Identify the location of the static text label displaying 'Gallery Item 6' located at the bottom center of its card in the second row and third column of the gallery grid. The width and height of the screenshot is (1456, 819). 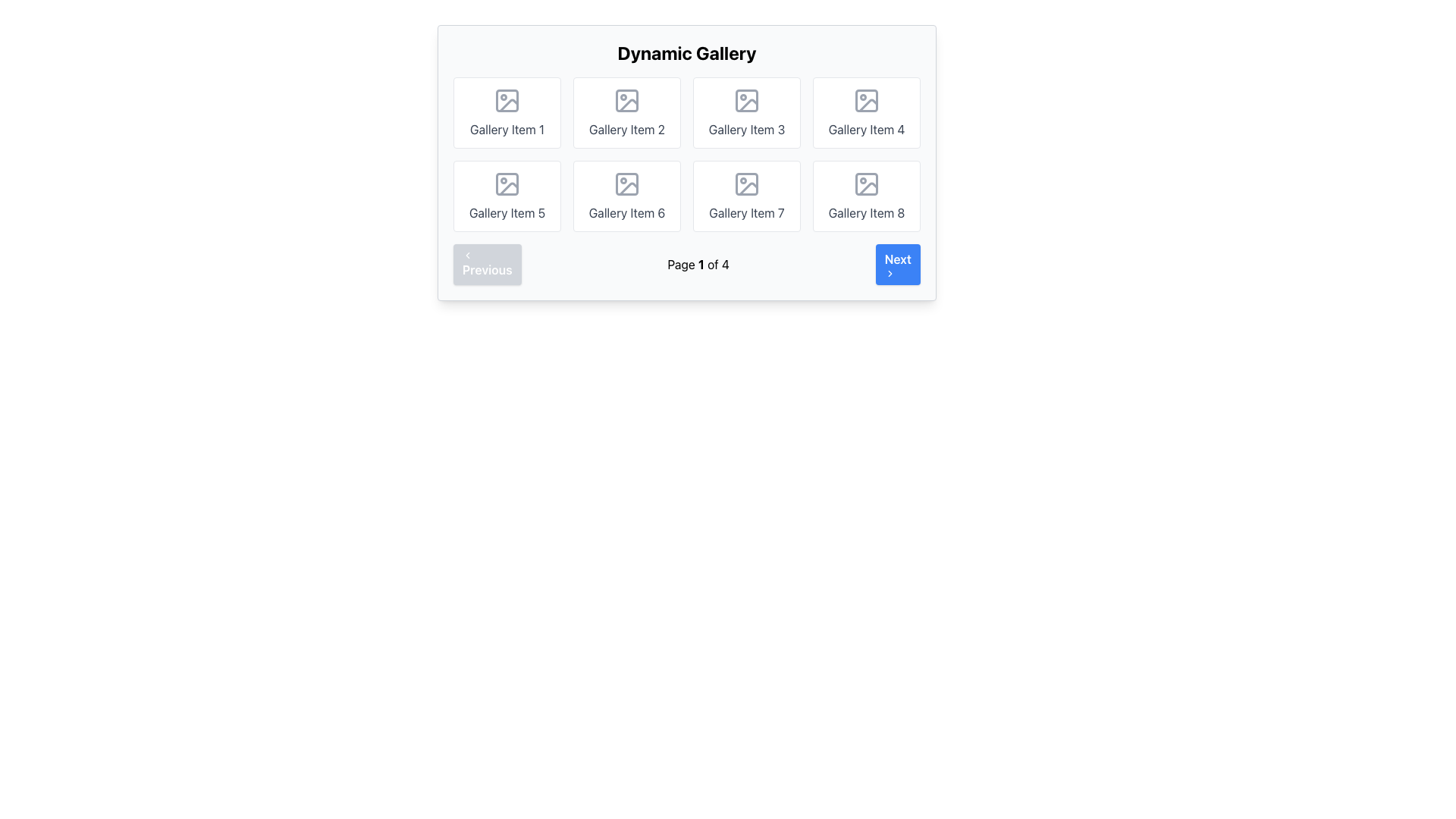
(626, 213).